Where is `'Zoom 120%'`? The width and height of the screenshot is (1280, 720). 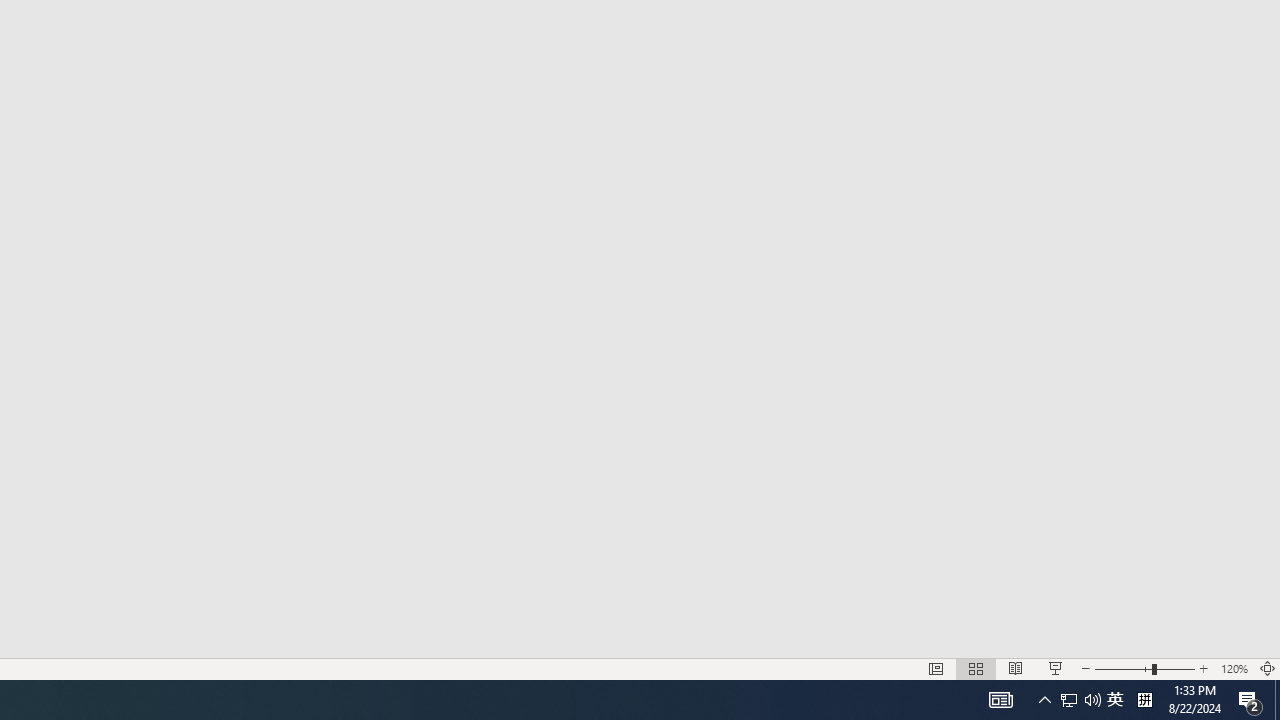
'Zoom 120%' is located at coordinates (1233, 669).